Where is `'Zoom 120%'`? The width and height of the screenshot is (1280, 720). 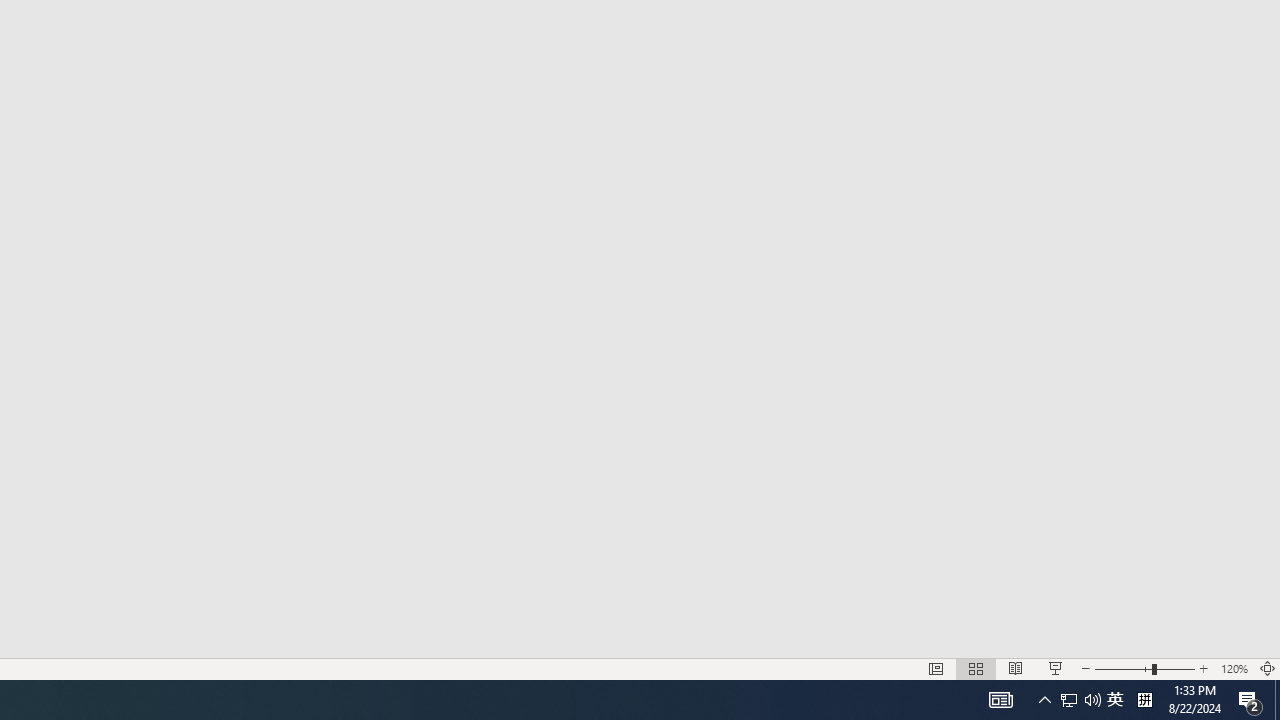
'Zoom 120%' is located at coordinates (1233, 669).